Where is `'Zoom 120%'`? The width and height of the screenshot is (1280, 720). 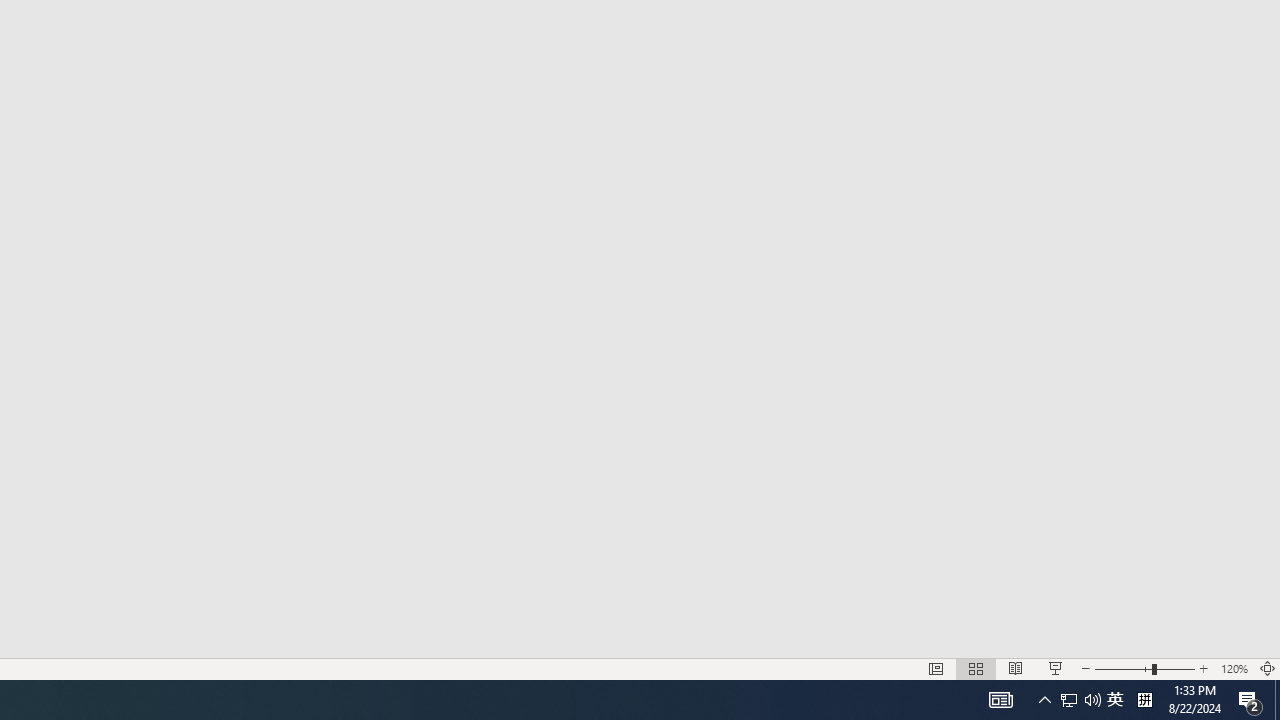
'Zoom 120%' is located at coordinates (1233, 669).